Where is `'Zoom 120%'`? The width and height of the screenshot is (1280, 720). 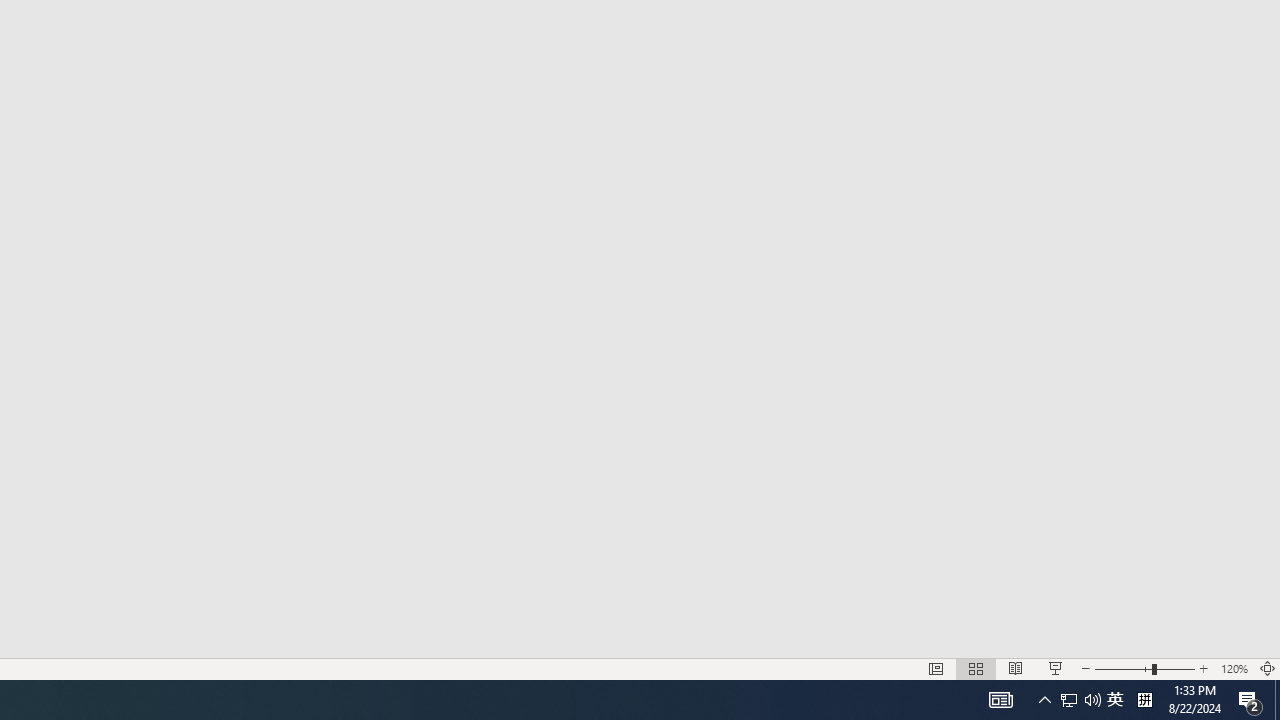
'Zoom 120%' is located at coordinates (1233, 669).